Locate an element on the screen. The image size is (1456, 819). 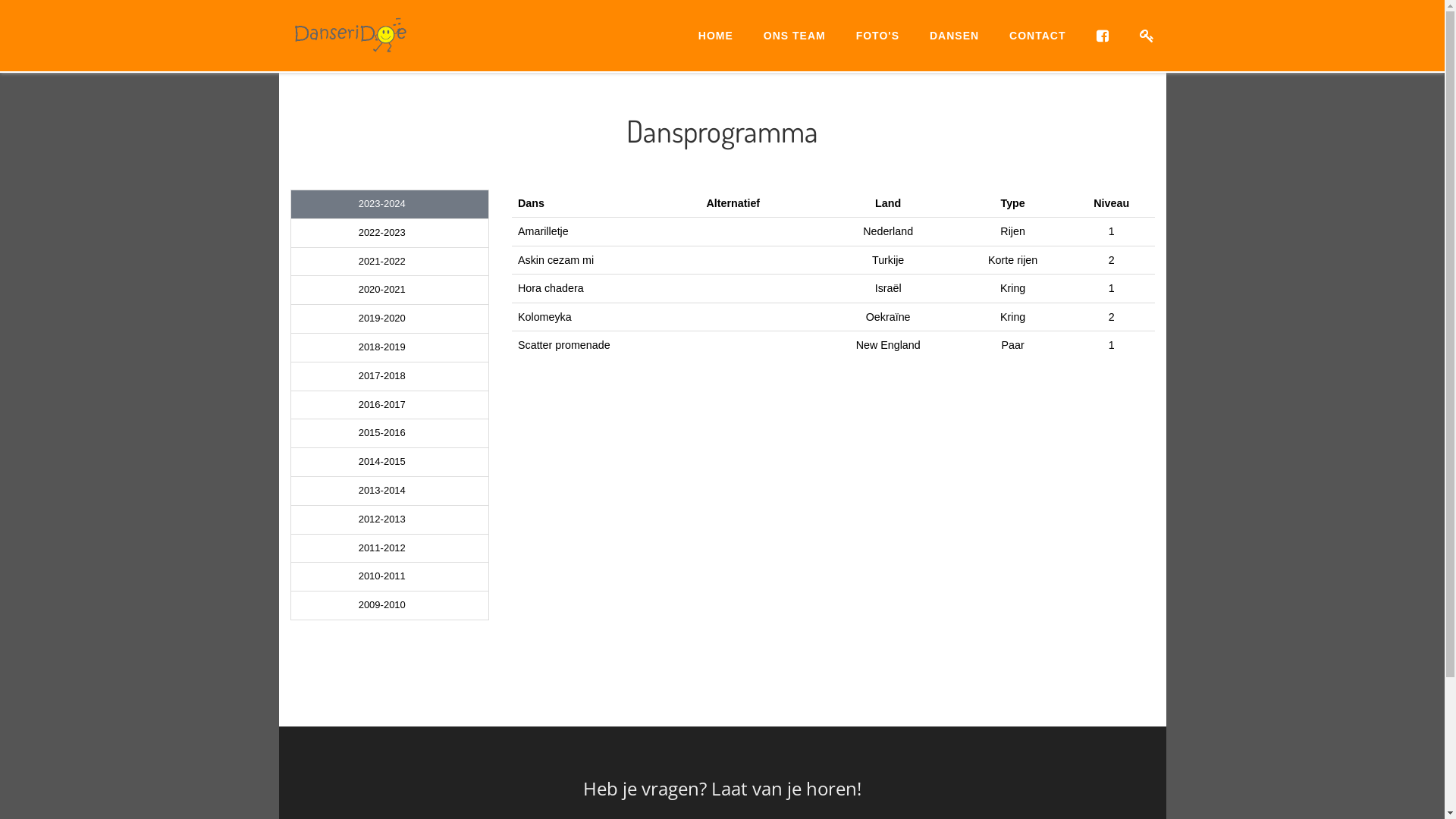
'DANSEN' is located at coordinates (953, 34).